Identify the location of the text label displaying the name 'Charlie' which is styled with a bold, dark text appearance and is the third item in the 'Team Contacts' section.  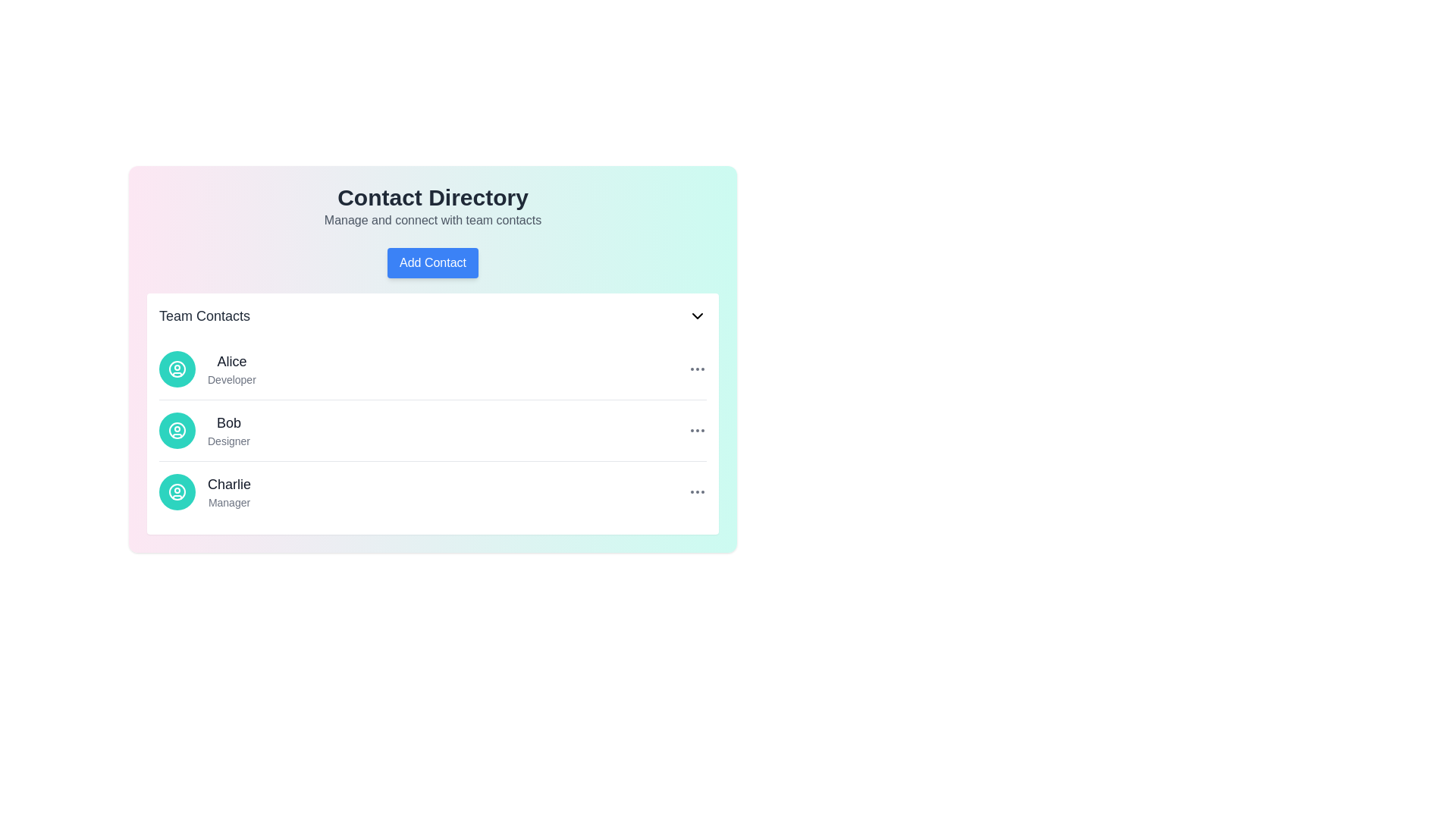
(228, 485).